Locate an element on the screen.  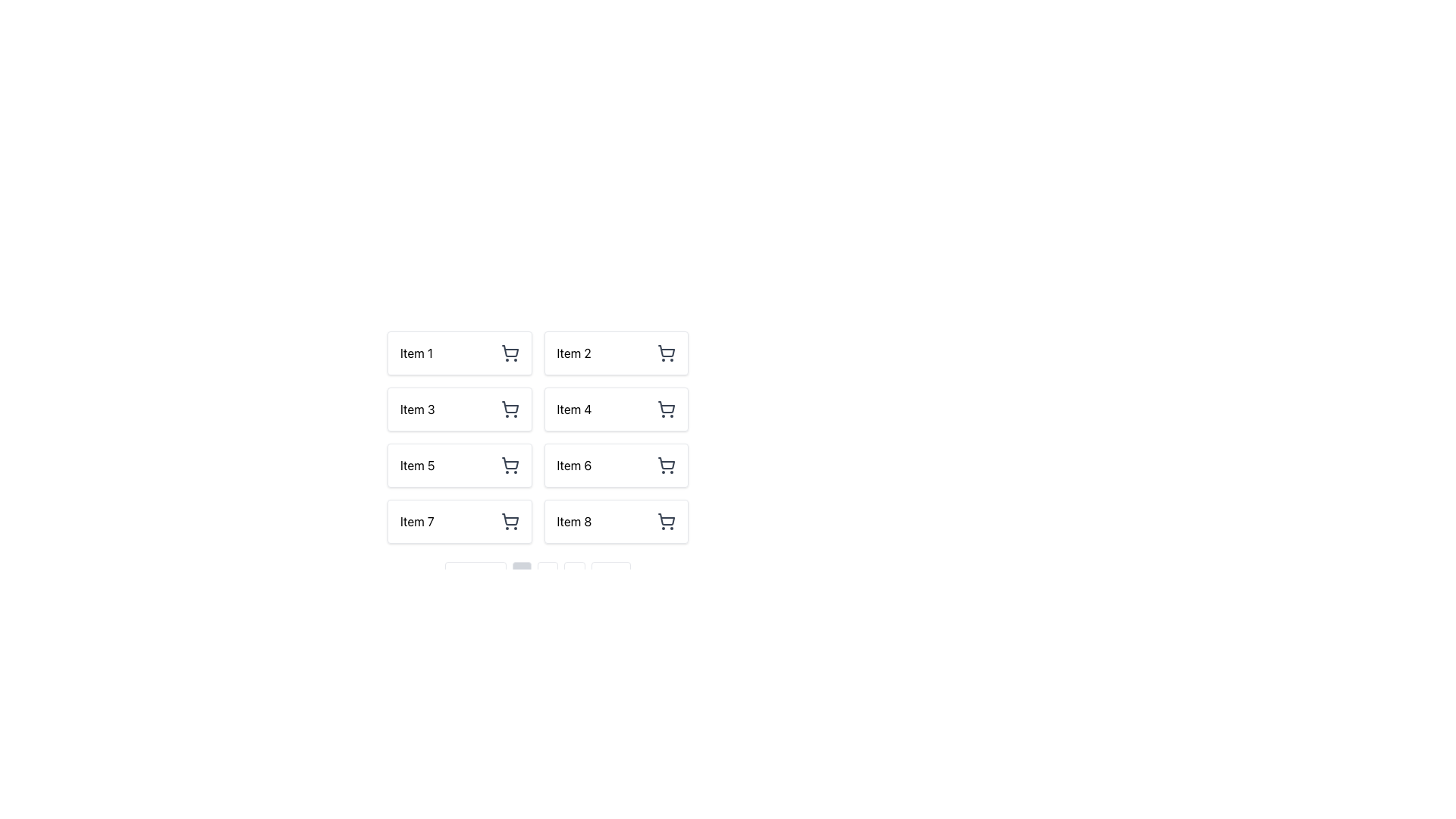
the text label displaying 'Item 1' which is aligned to the left in a card layout, positioned beside a shopping cart icon is located at coordinates (416, 353).